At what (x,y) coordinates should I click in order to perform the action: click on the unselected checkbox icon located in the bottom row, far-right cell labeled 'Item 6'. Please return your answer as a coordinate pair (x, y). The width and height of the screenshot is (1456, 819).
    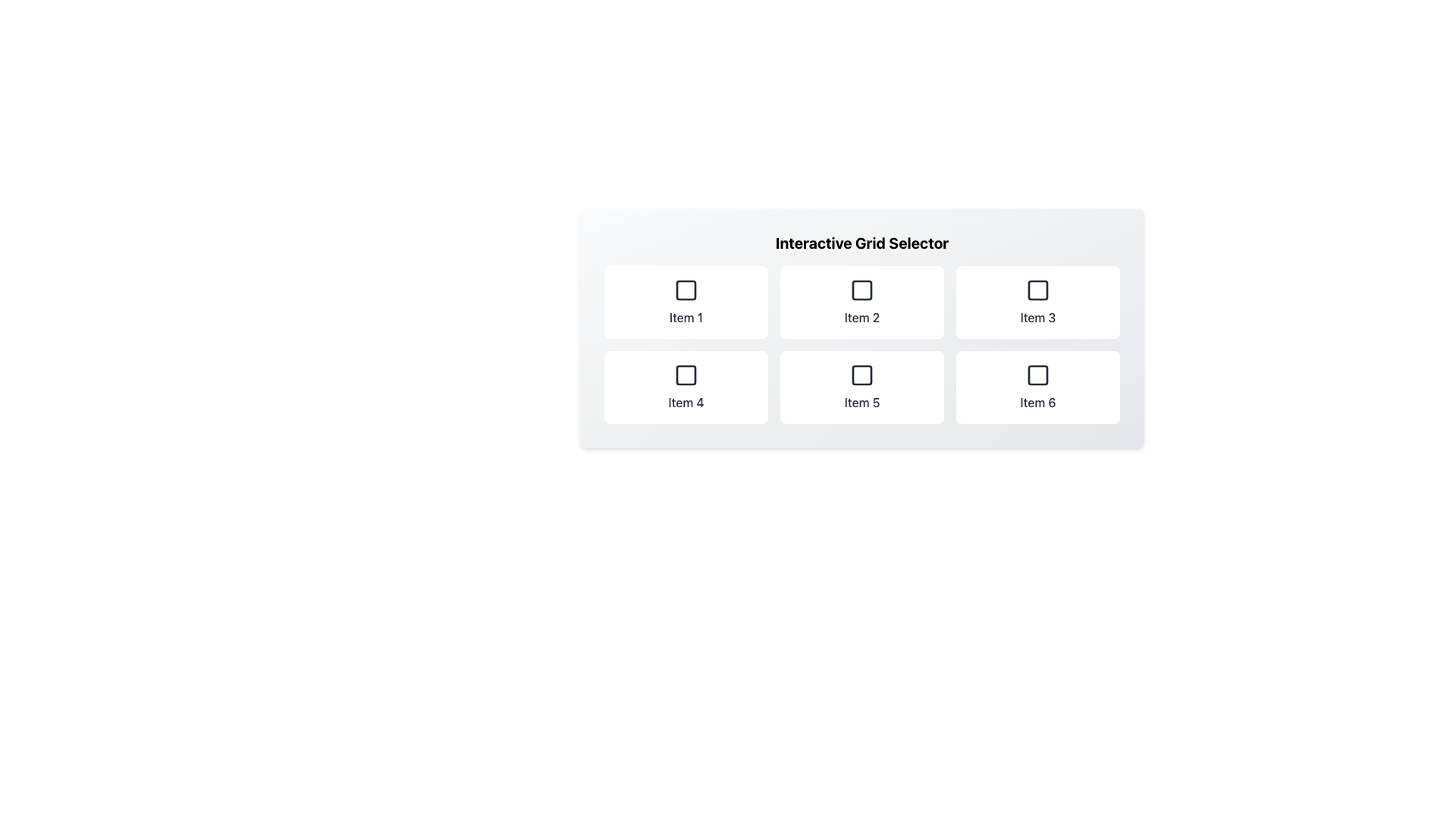
    Looking at the image, I should click on (1037, 375).